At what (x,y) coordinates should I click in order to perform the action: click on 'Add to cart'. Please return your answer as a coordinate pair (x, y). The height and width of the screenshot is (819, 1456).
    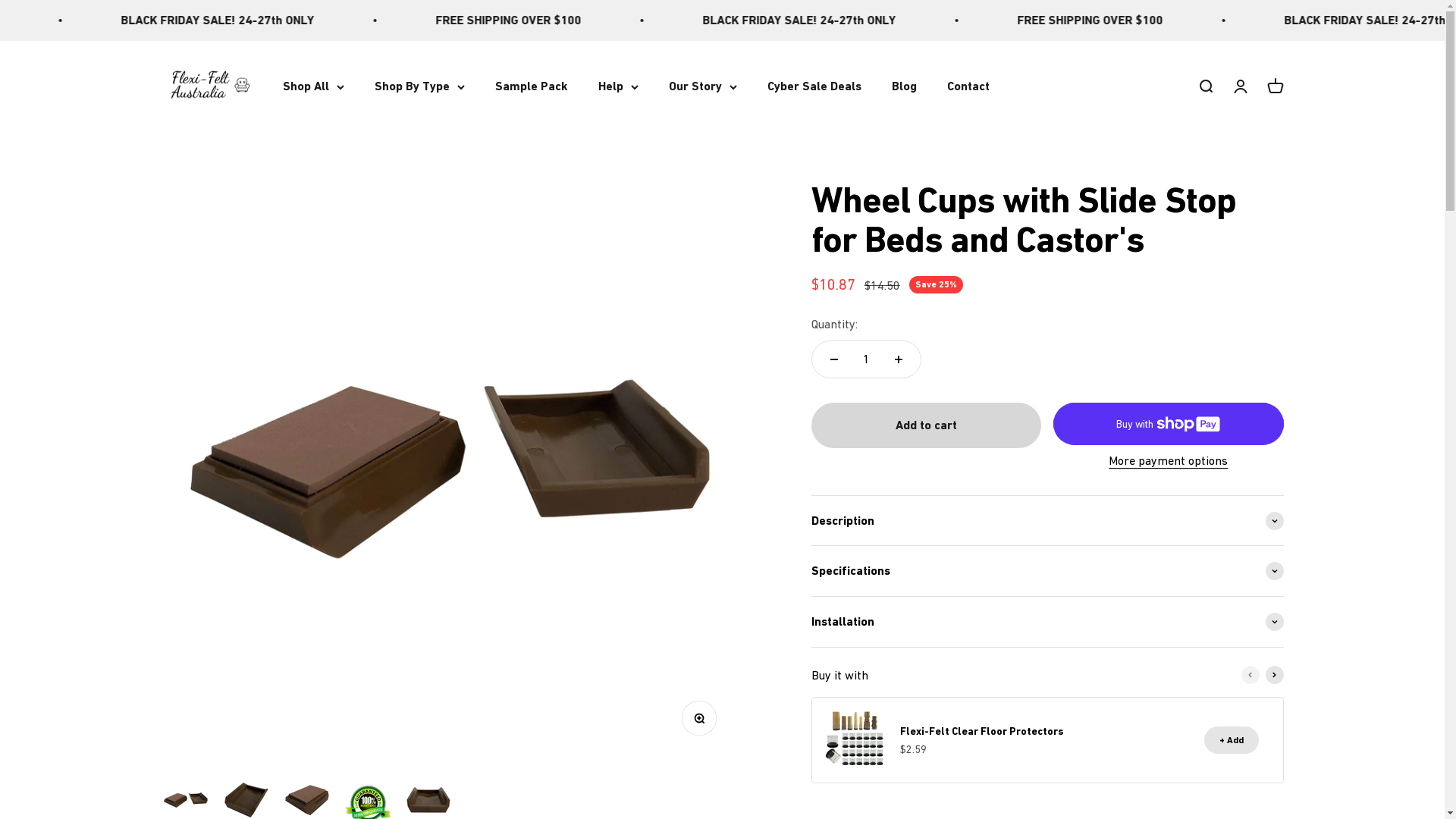
    Looking at the image, I should click on (925, 425).